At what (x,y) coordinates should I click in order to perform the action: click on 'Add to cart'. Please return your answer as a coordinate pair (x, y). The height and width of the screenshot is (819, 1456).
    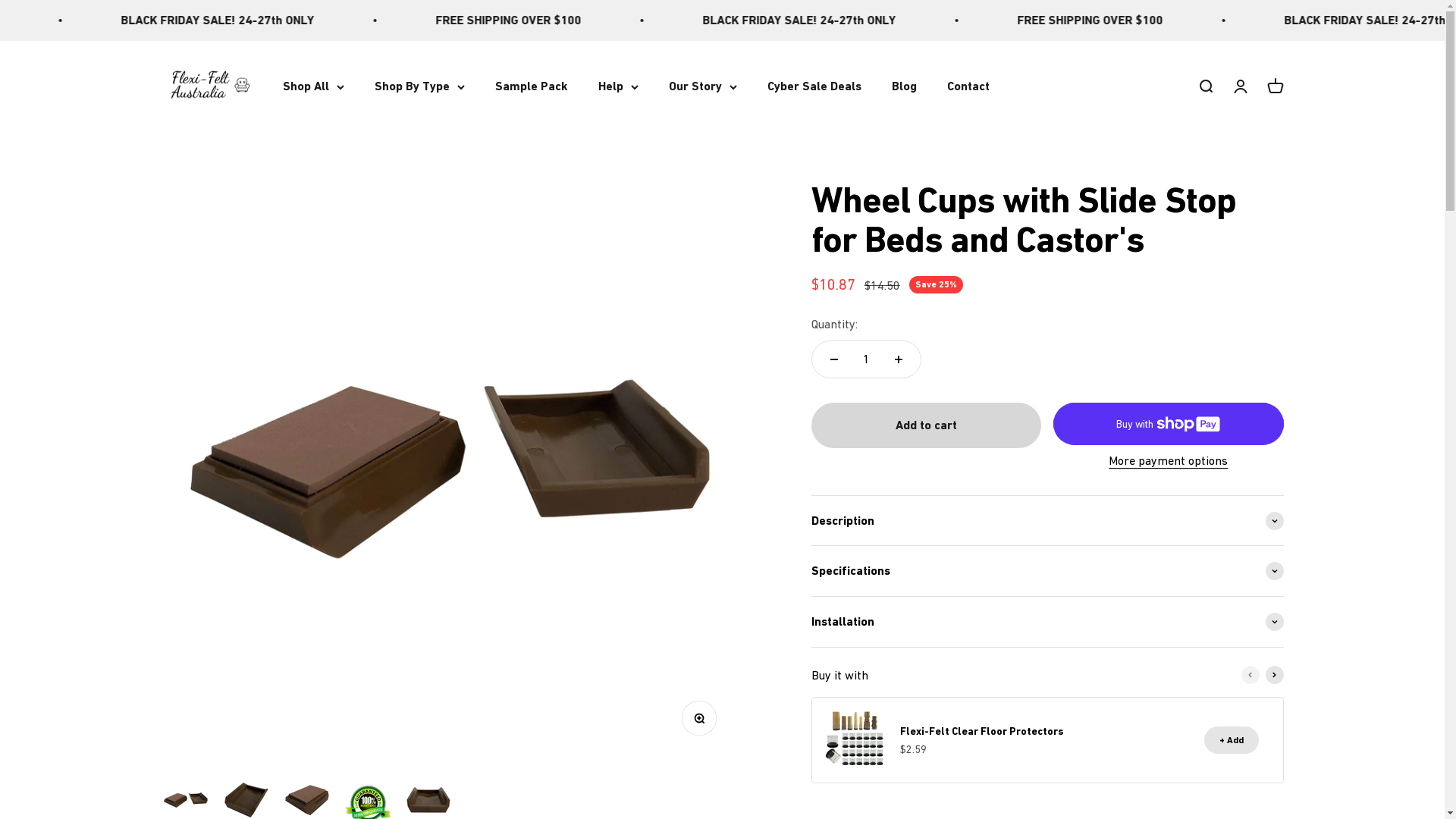
    Looking at the image, I should click on (925, 425).